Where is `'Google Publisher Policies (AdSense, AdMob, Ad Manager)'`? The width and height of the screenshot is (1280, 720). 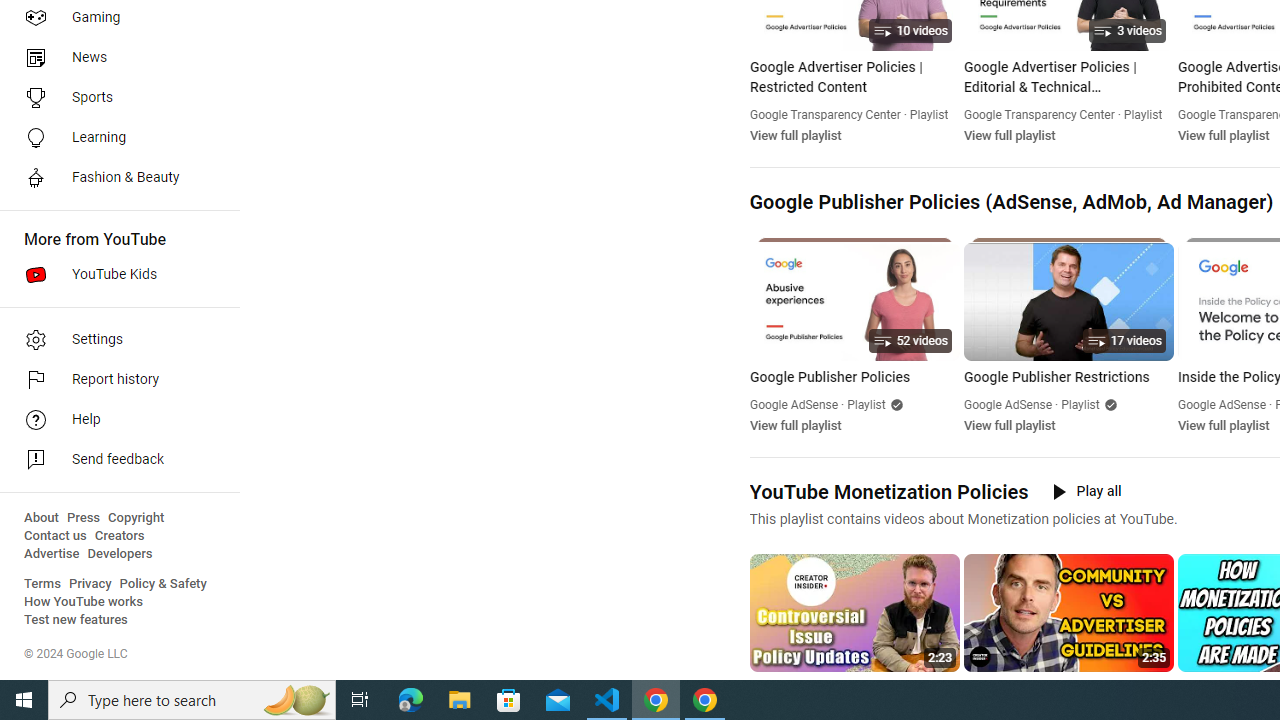
'Google Publisher Policies (AdSense, AdMob, Ad Manager)' is located at coordinates (1011, 201).